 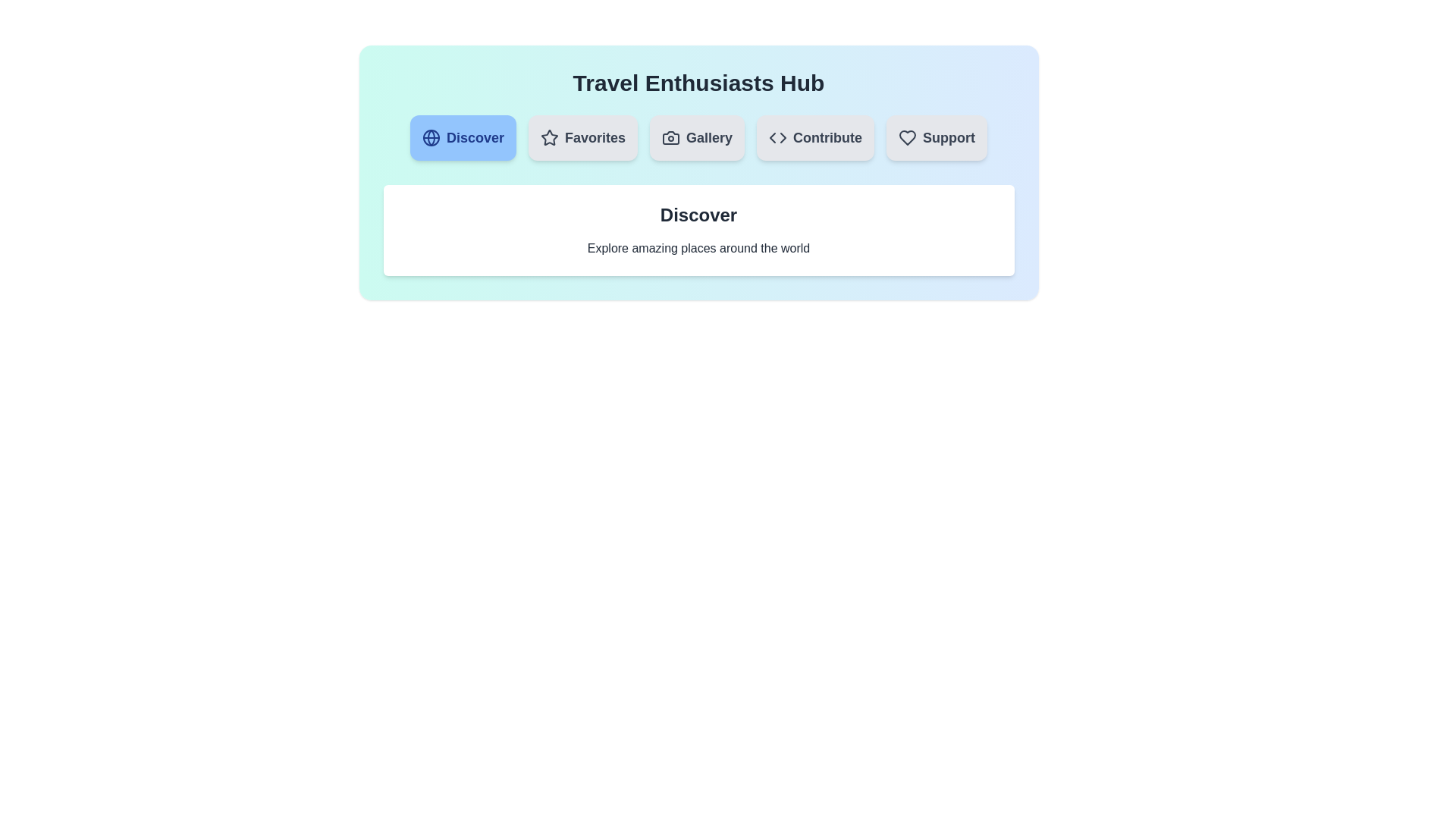 I want to click on the 'Contribute' button using keyboard navigation, so click(x=814, y=137).